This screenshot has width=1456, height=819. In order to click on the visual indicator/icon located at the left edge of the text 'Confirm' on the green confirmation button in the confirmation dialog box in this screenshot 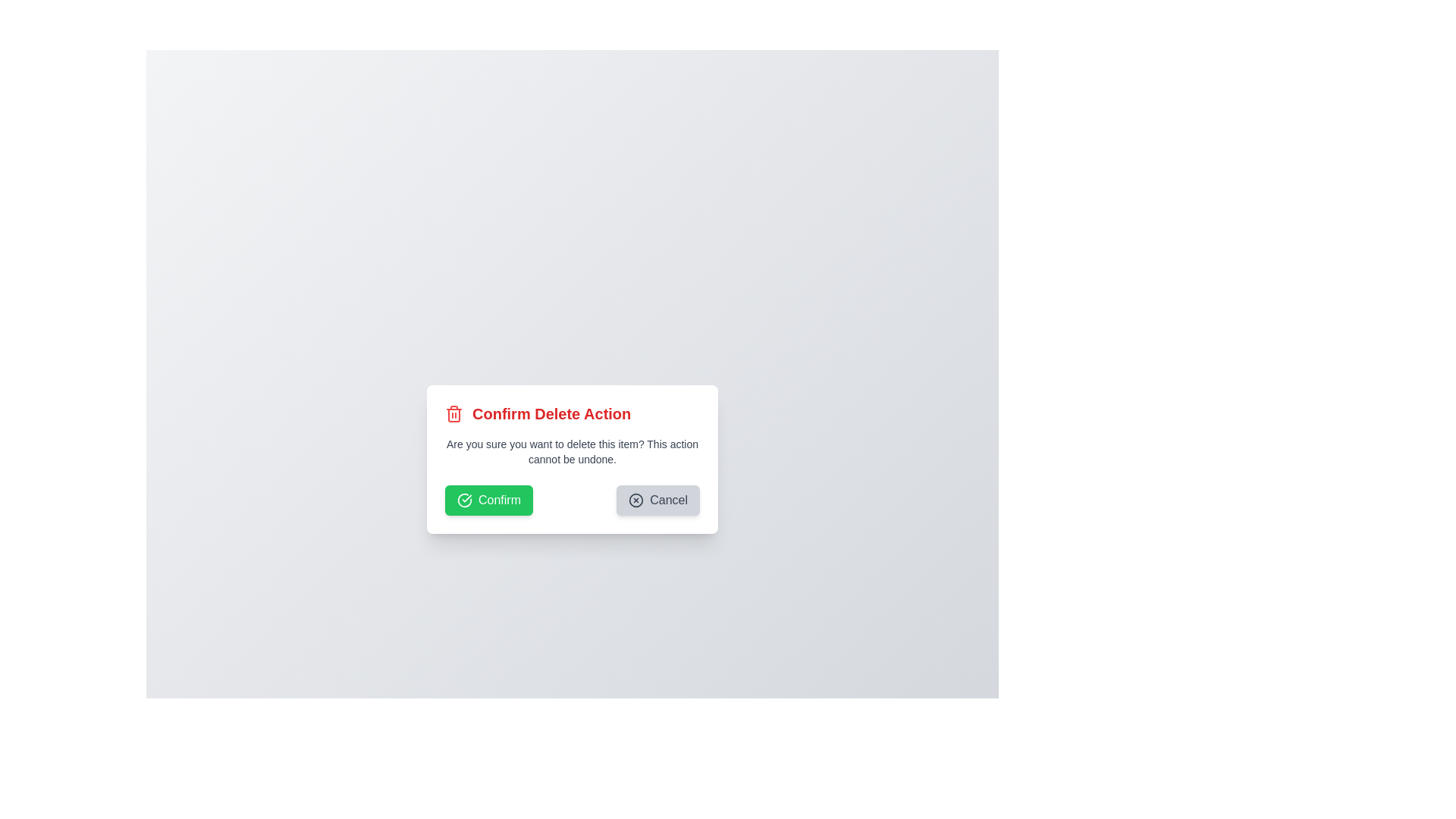, I will do `click(464, 500)`.